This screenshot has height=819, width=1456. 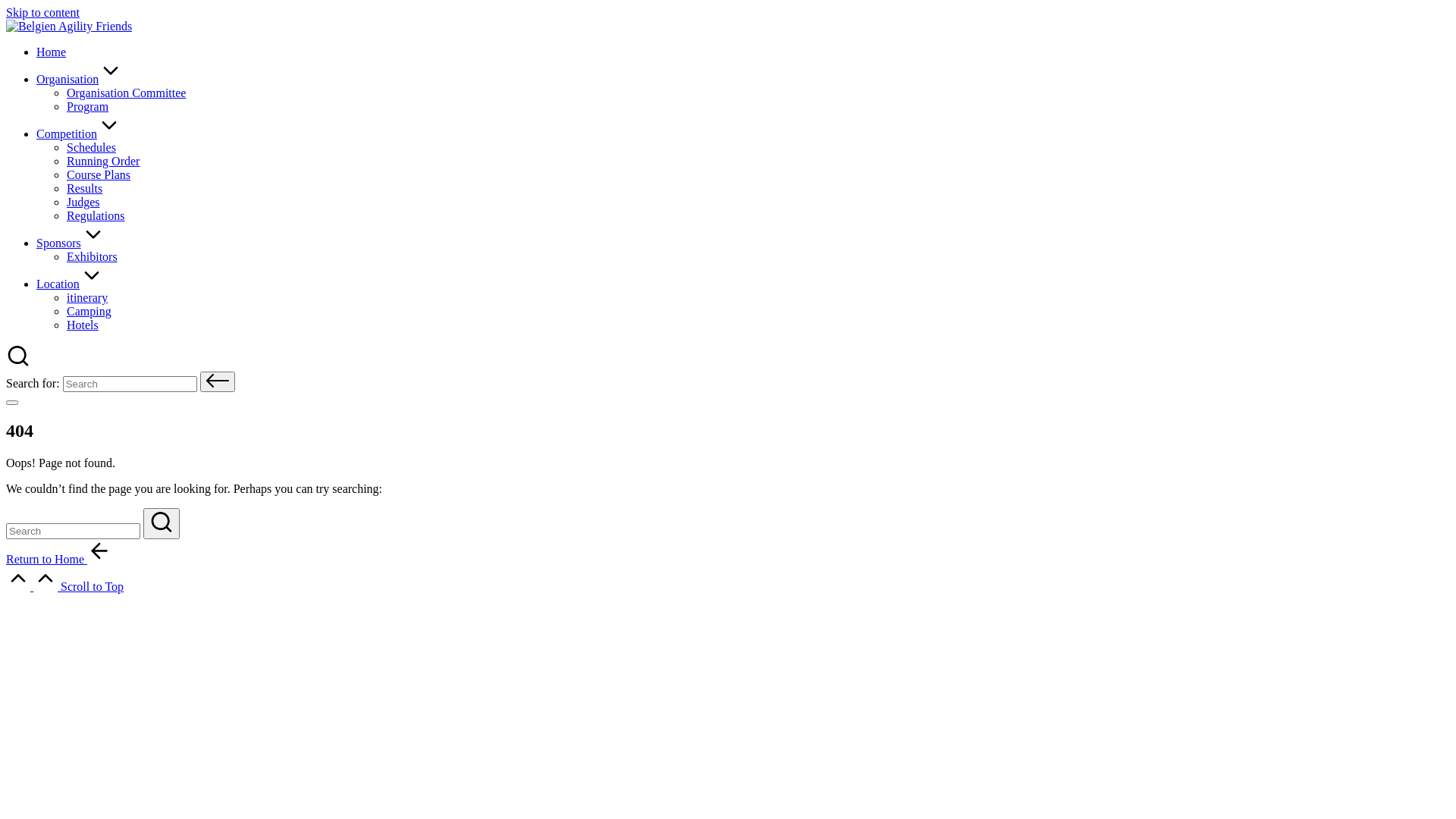 I want to click on 'Program', so click(x=86, y=105).